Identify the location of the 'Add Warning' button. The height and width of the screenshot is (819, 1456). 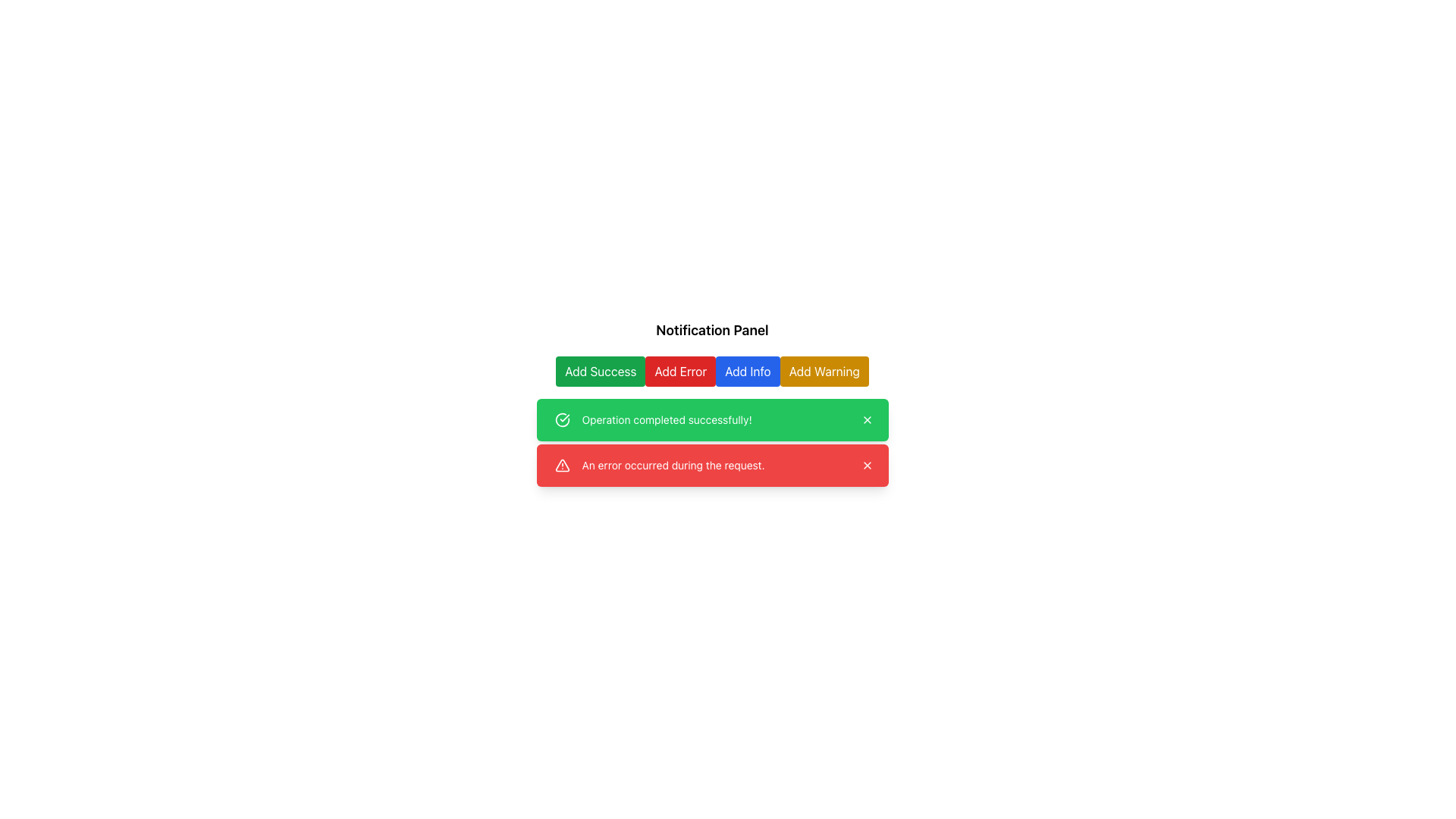
(824, 371).